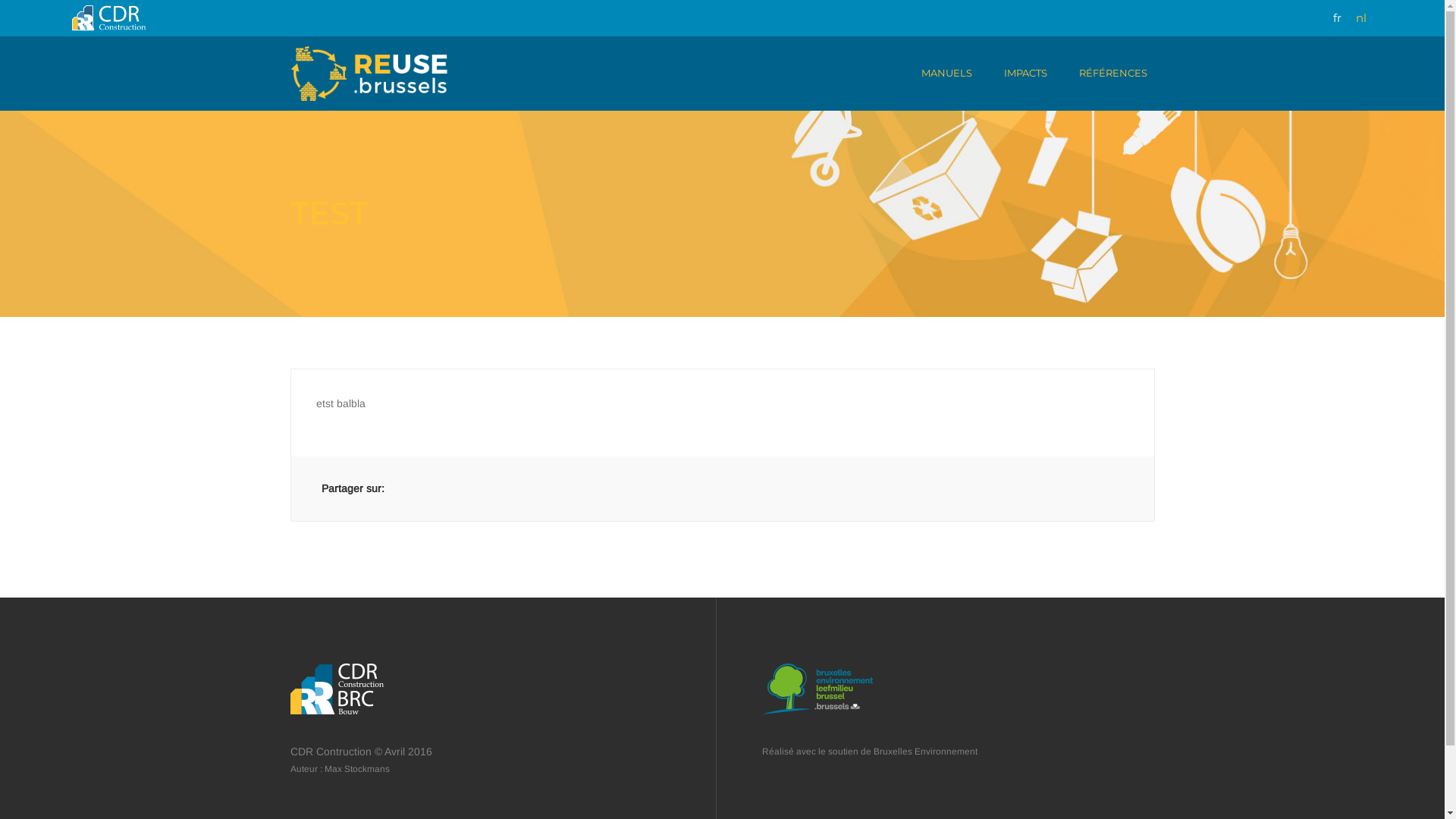 The image size is (1456, 819). I want to click on 'fr', so click(1332, 17).